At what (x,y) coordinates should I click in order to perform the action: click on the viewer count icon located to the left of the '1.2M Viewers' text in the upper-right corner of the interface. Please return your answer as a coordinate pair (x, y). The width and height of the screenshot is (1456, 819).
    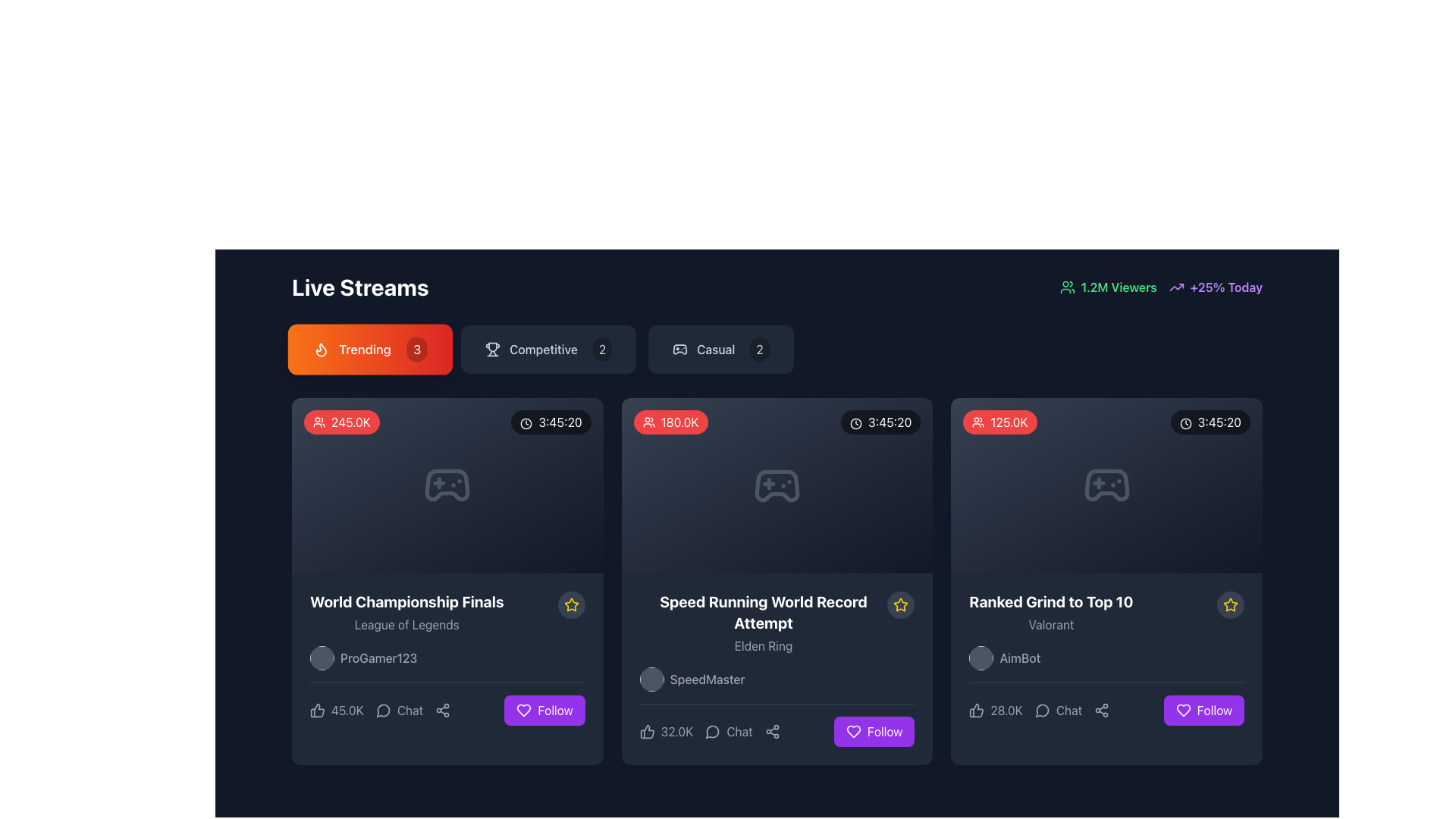
    Looking at the image, I should click on (1066, 287).